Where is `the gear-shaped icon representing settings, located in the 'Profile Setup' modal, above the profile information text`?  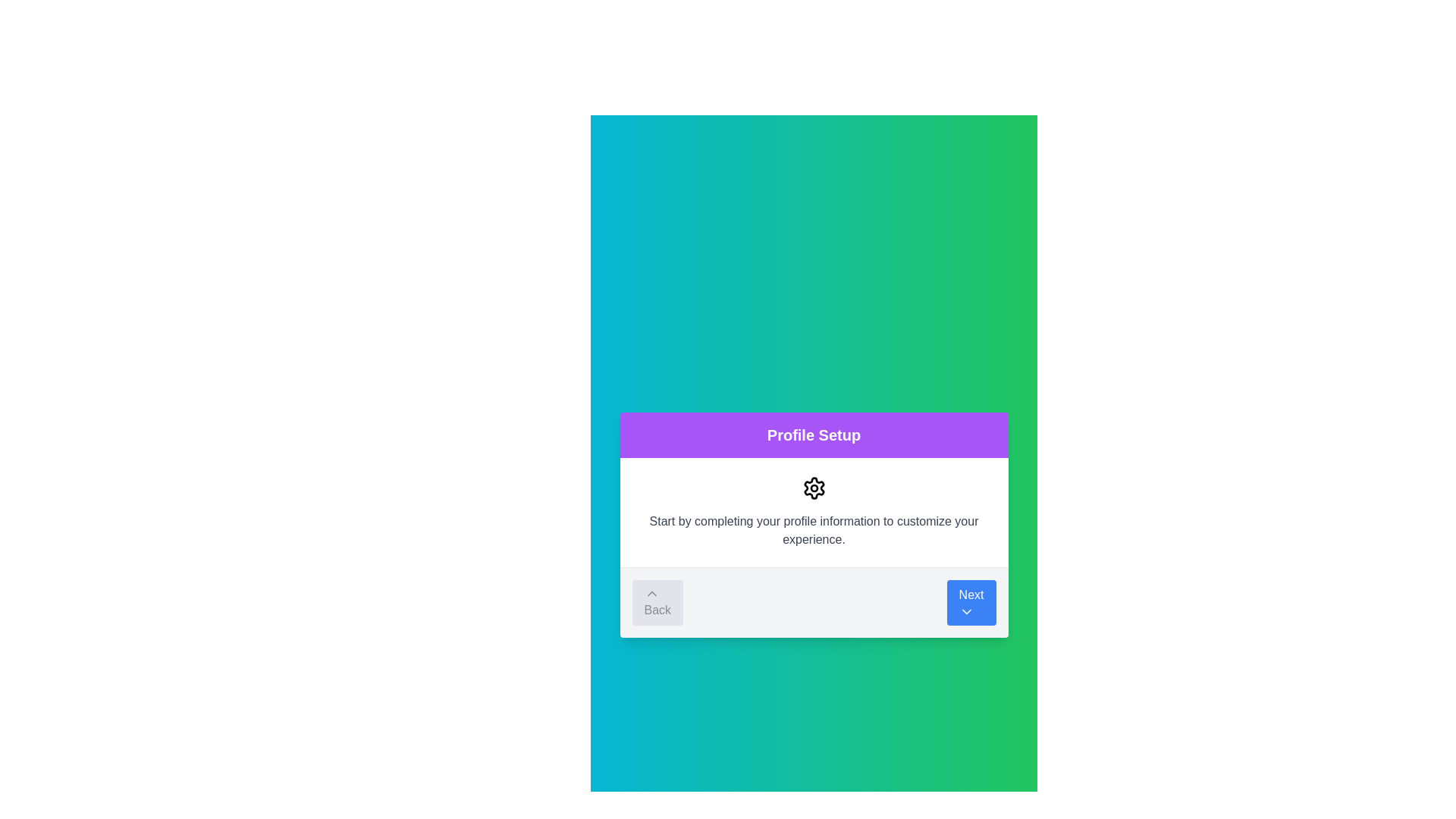
the gear-shaped icon representing settings, located in the 'Profile Setup' modal, above the profile information text is located at coordinates (813, 488).